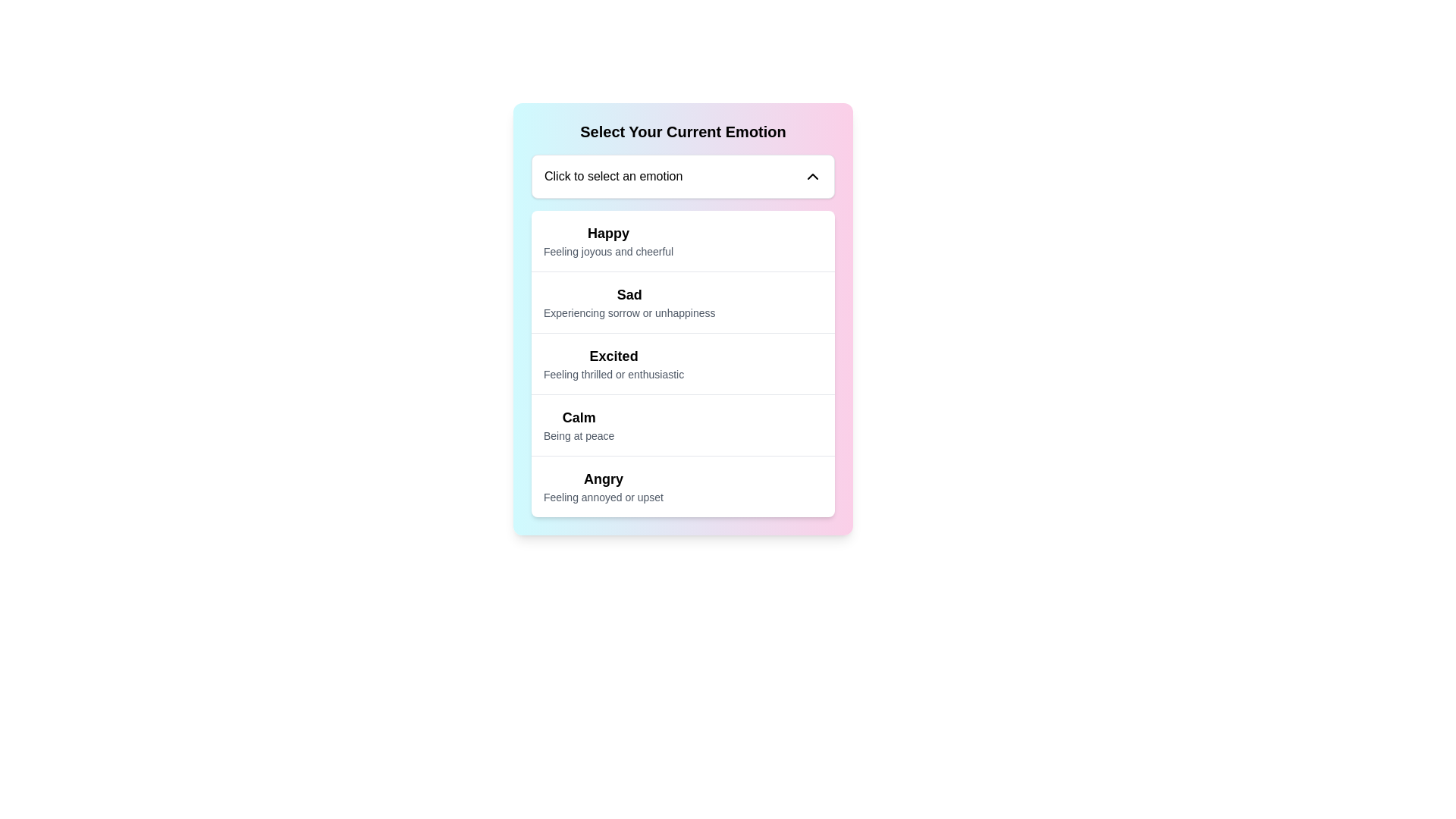 The height and width of the screenshot is (819, 1456). I want to click on the text header that says 'Select Your Current Emotion', which is styled in a large, bold font and positioned at the top of the gradient-background card, so click(682, 130).